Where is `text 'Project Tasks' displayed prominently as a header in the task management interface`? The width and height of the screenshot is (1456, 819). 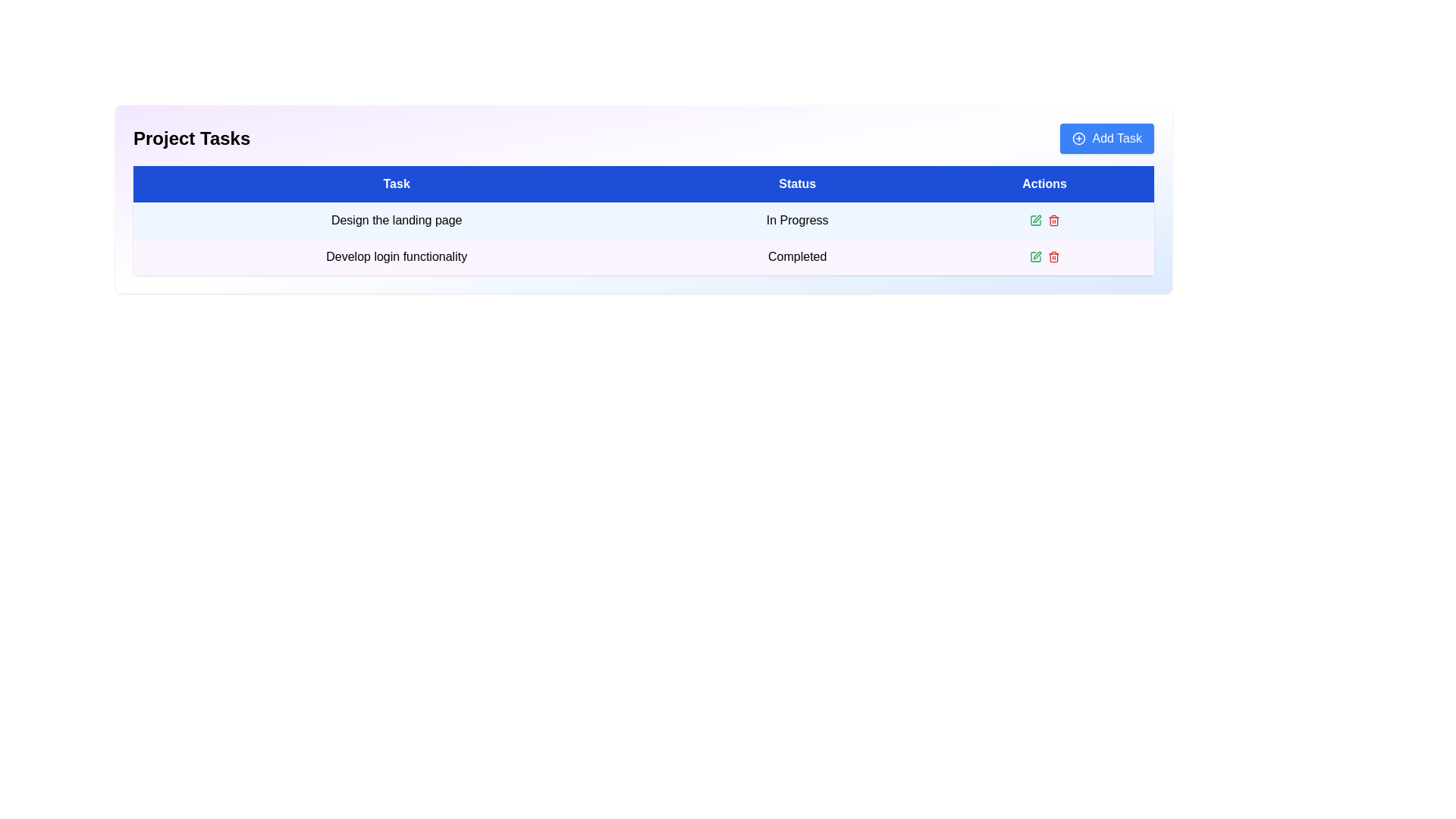 text 'Project Tasks' displayed prominently as a header in the task management interface is located at coordinates (191, 138).